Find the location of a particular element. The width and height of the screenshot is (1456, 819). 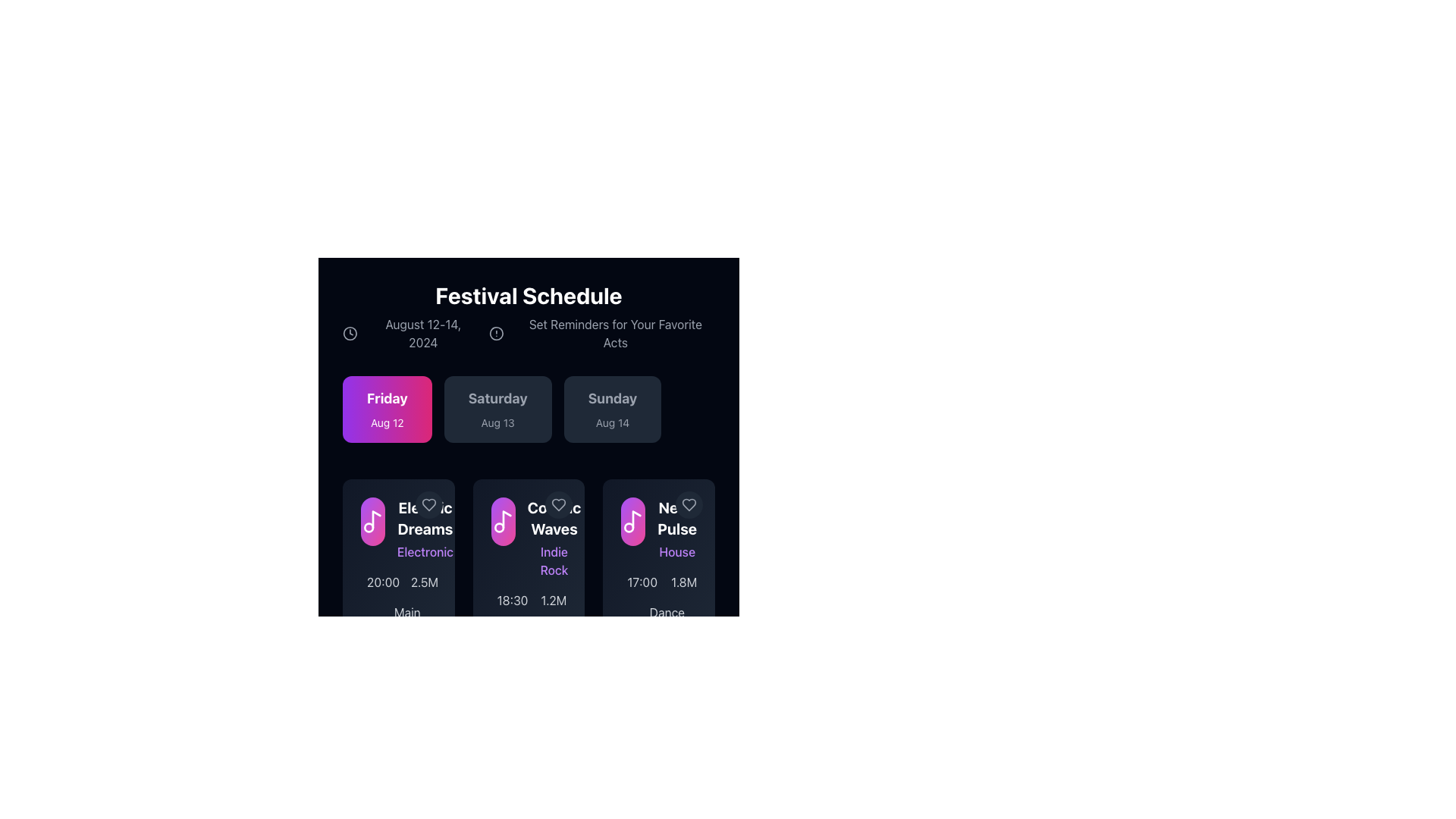

the informational text group that provides festival dates and reminder settings, located in the 'Festival Schedule' section, between the date text and another icon is located at coordinates (529, 332).